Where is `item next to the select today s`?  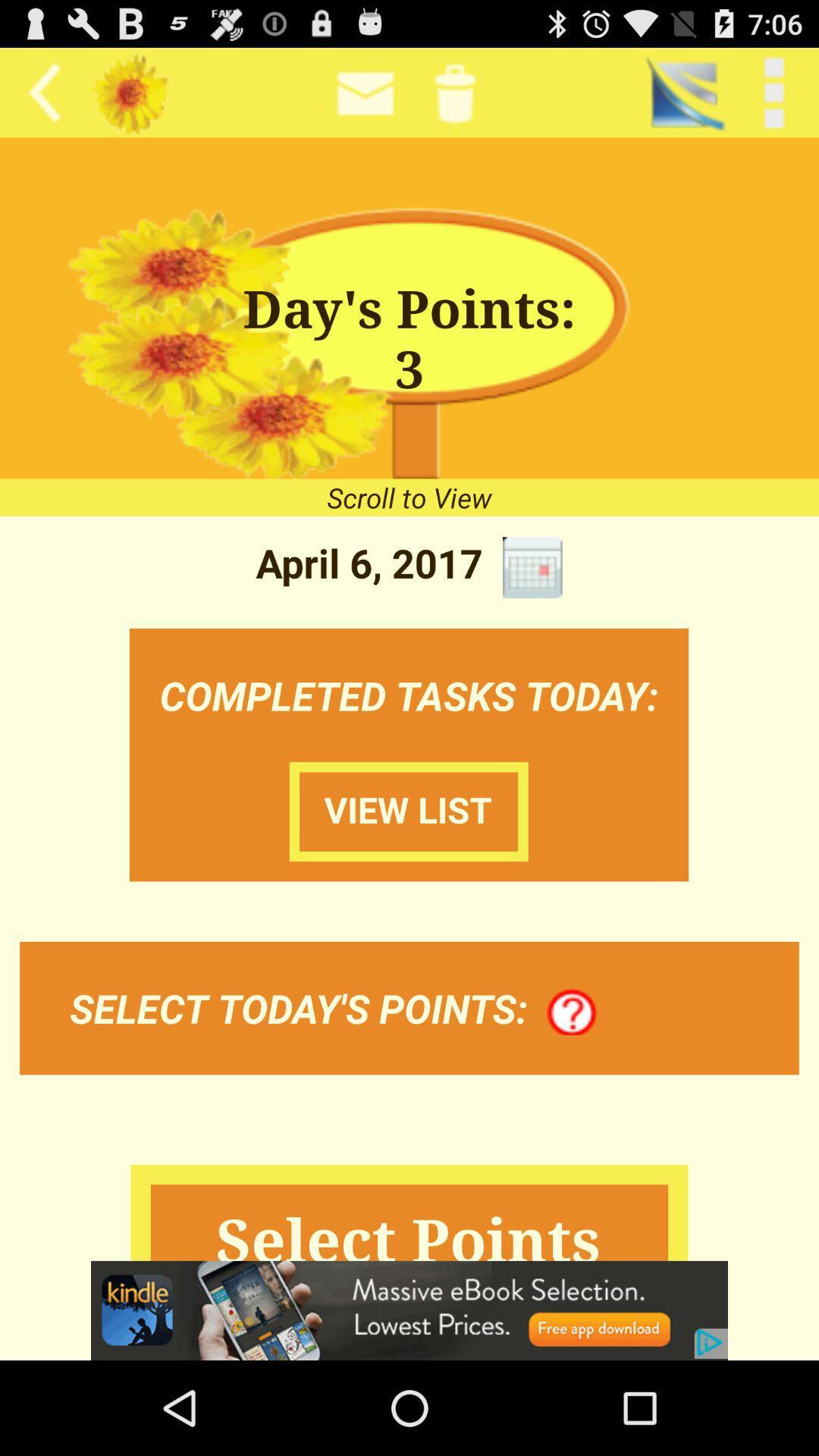 item next to the select today s is located at coordinates (572, 1012).